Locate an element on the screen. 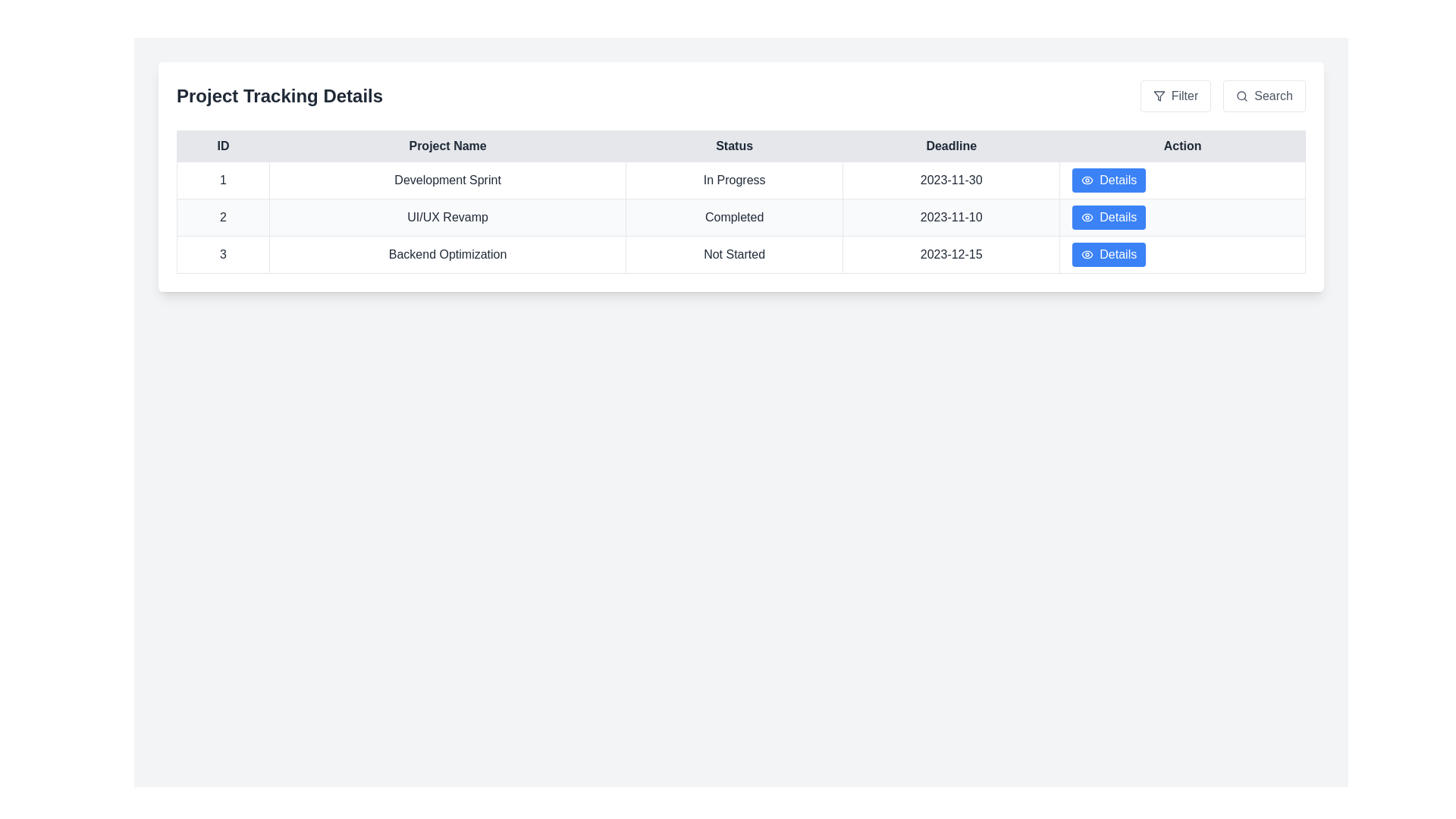 This screenshot has height=819, width=1456. the third 'Details' button in the 'Action' column of the table, which is adjacent to the project name 'UI/UX Revamp' and the due date '2023-11-10' is located at coordinates (1118, 217).